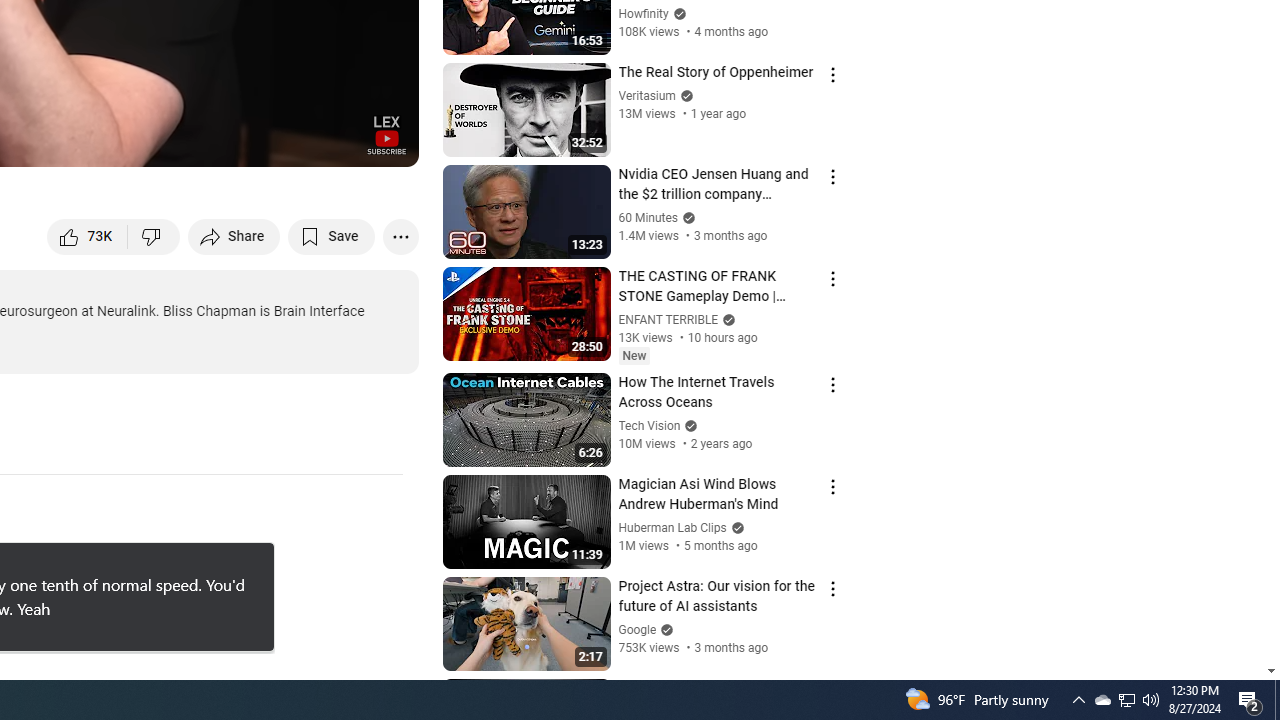 The width and height of the screenshot is (1280, 720). I want to click on 'More actions', so click(400, 235).